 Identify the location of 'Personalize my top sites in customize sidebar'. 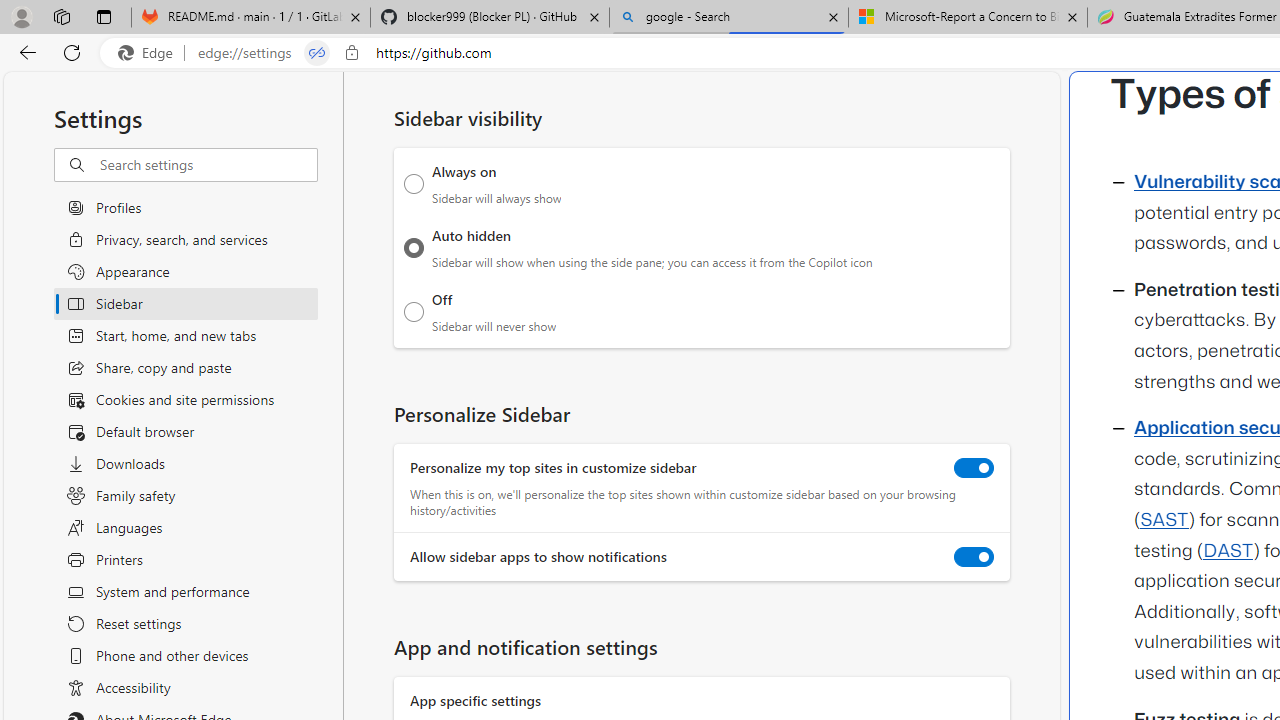
(974, 468).